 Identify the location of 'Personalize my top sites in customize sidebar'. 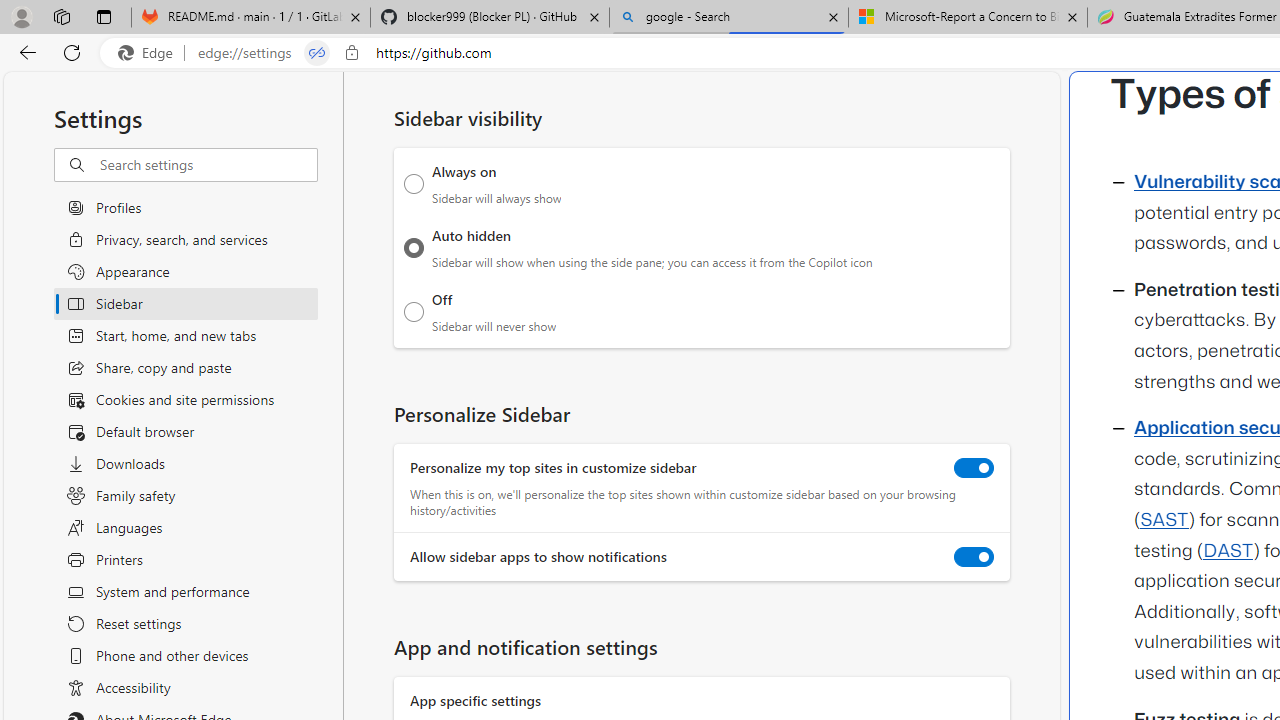
(974, 468).